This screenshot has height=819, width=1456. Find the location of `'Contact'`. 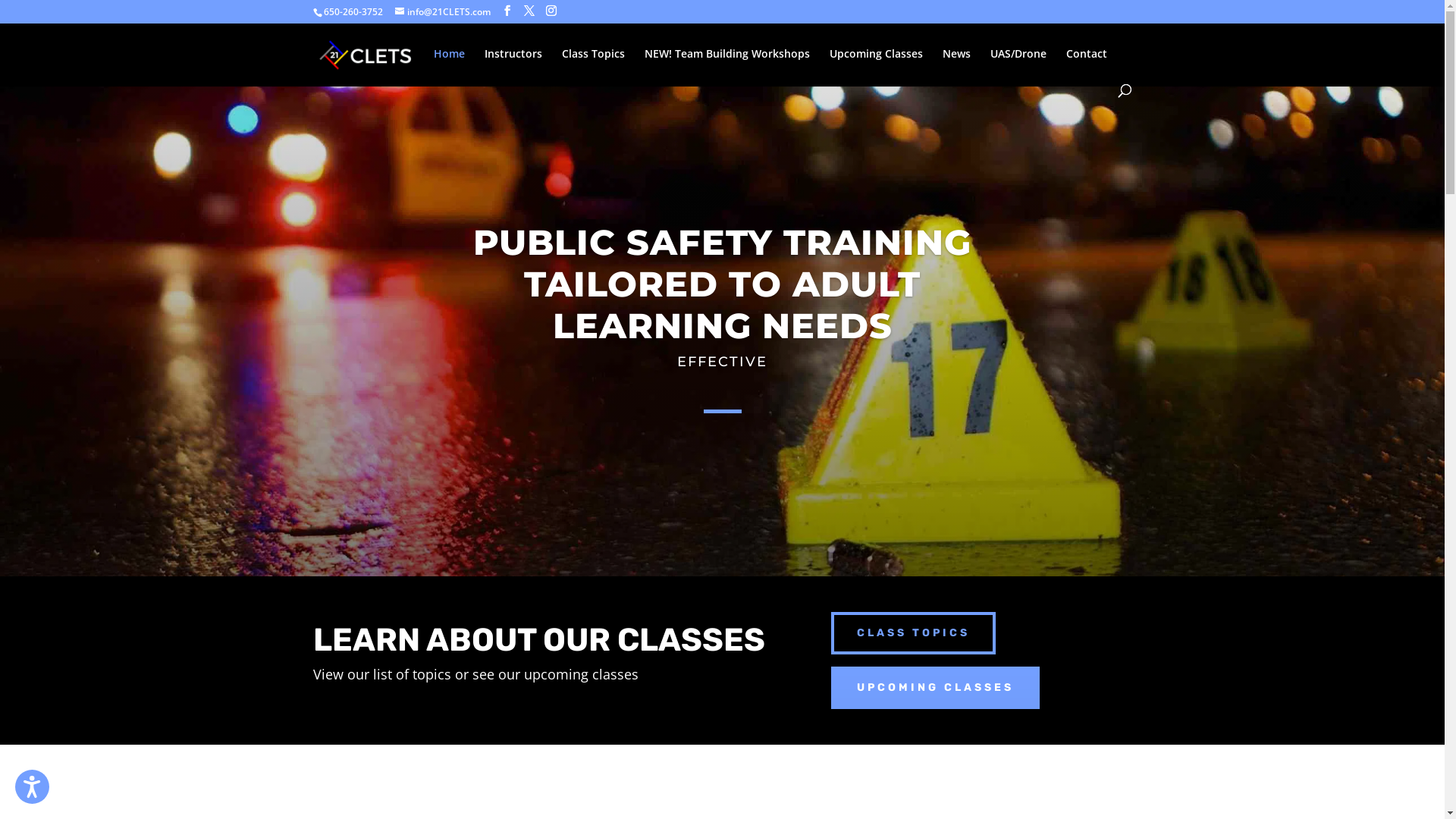

'Contact' is located at coordinates (1086, 65).